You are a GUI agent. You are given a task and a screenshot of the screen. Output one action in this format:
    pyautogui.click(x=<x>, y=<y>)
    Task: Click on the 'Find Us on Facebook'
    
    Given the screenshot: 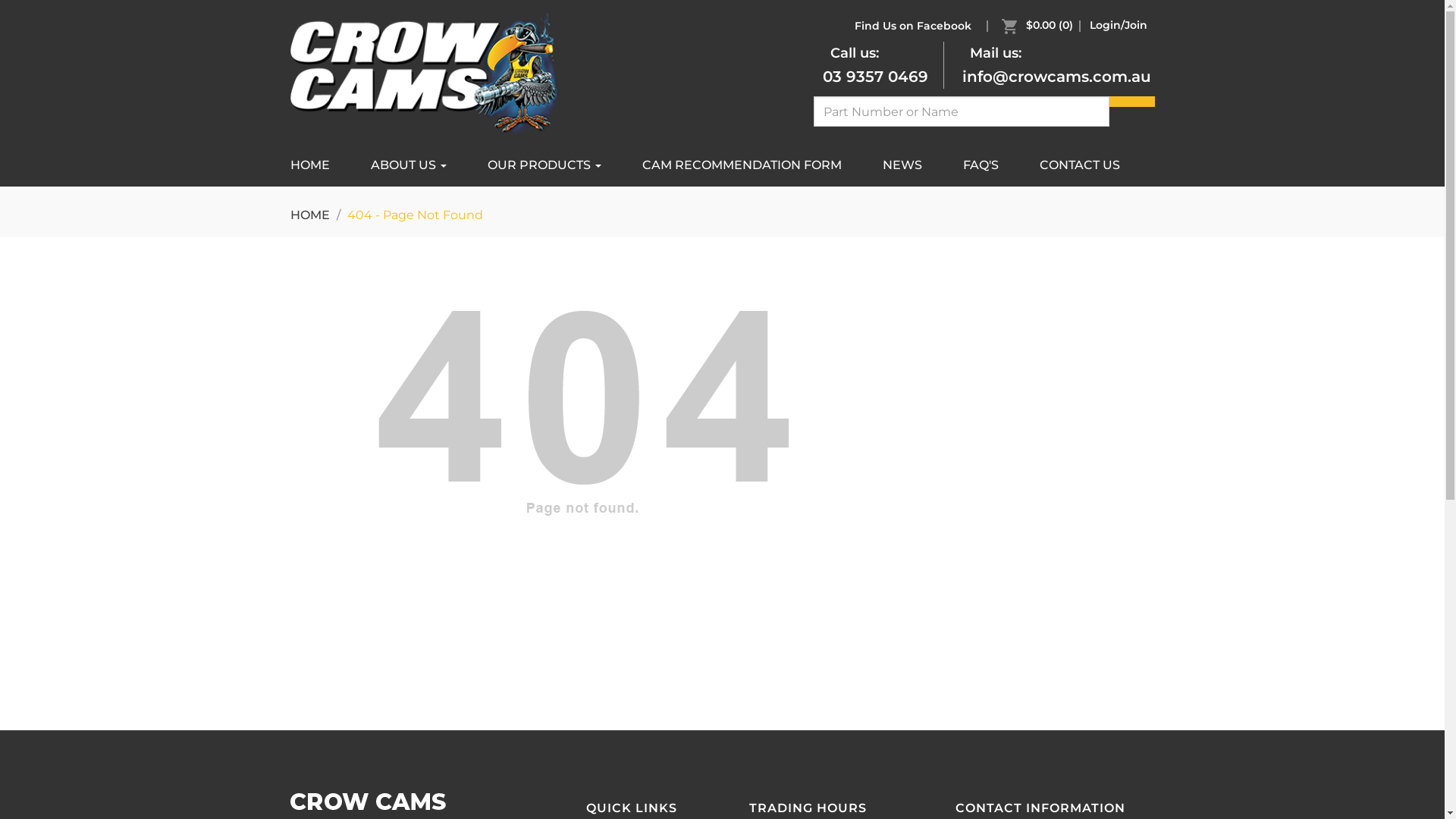 What is the action you would take?
    pyautogui.click(x=910, y=25)
    